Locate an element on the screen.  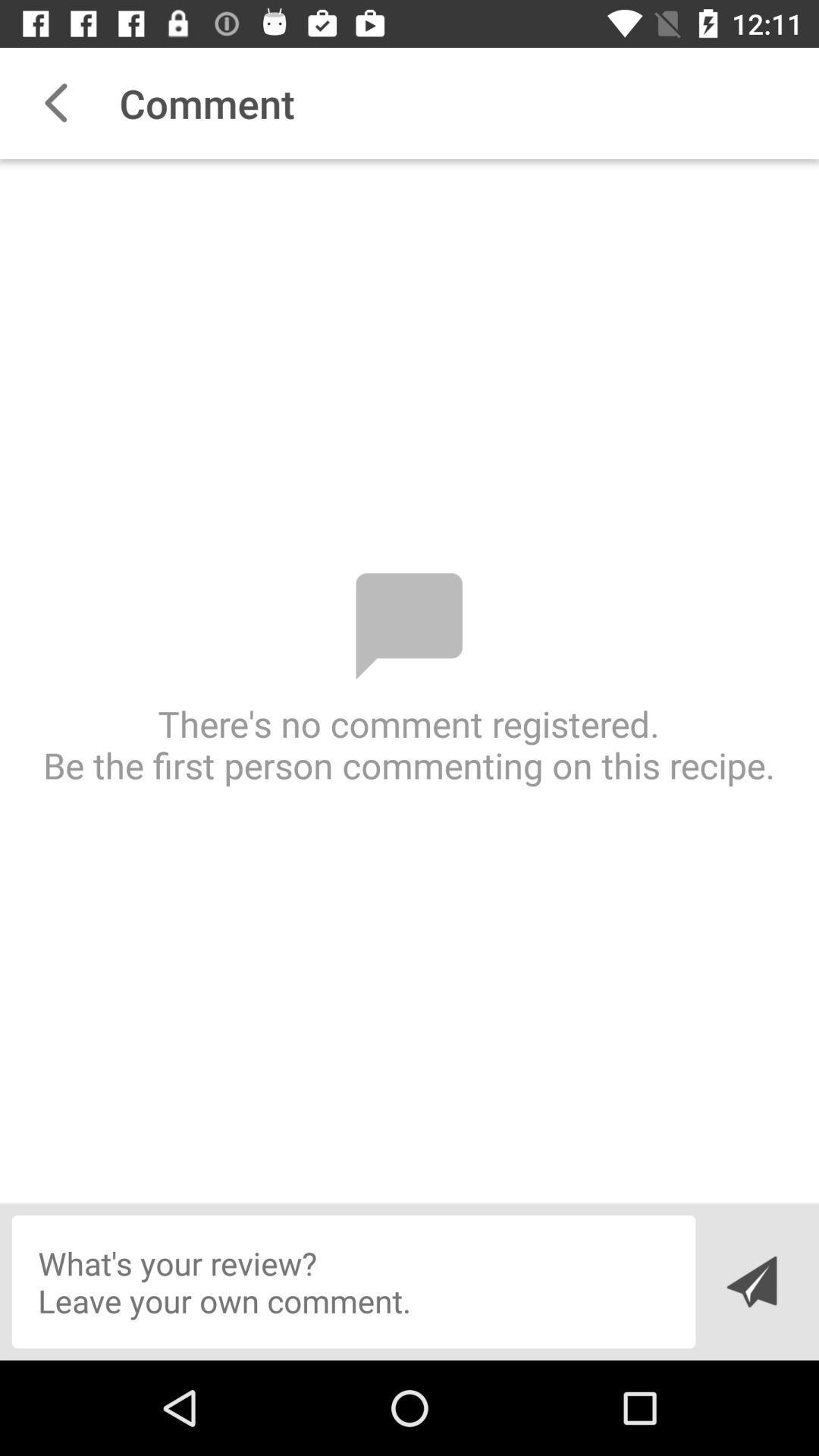
opens a text box for a review is located at coordinates (353, 1281).